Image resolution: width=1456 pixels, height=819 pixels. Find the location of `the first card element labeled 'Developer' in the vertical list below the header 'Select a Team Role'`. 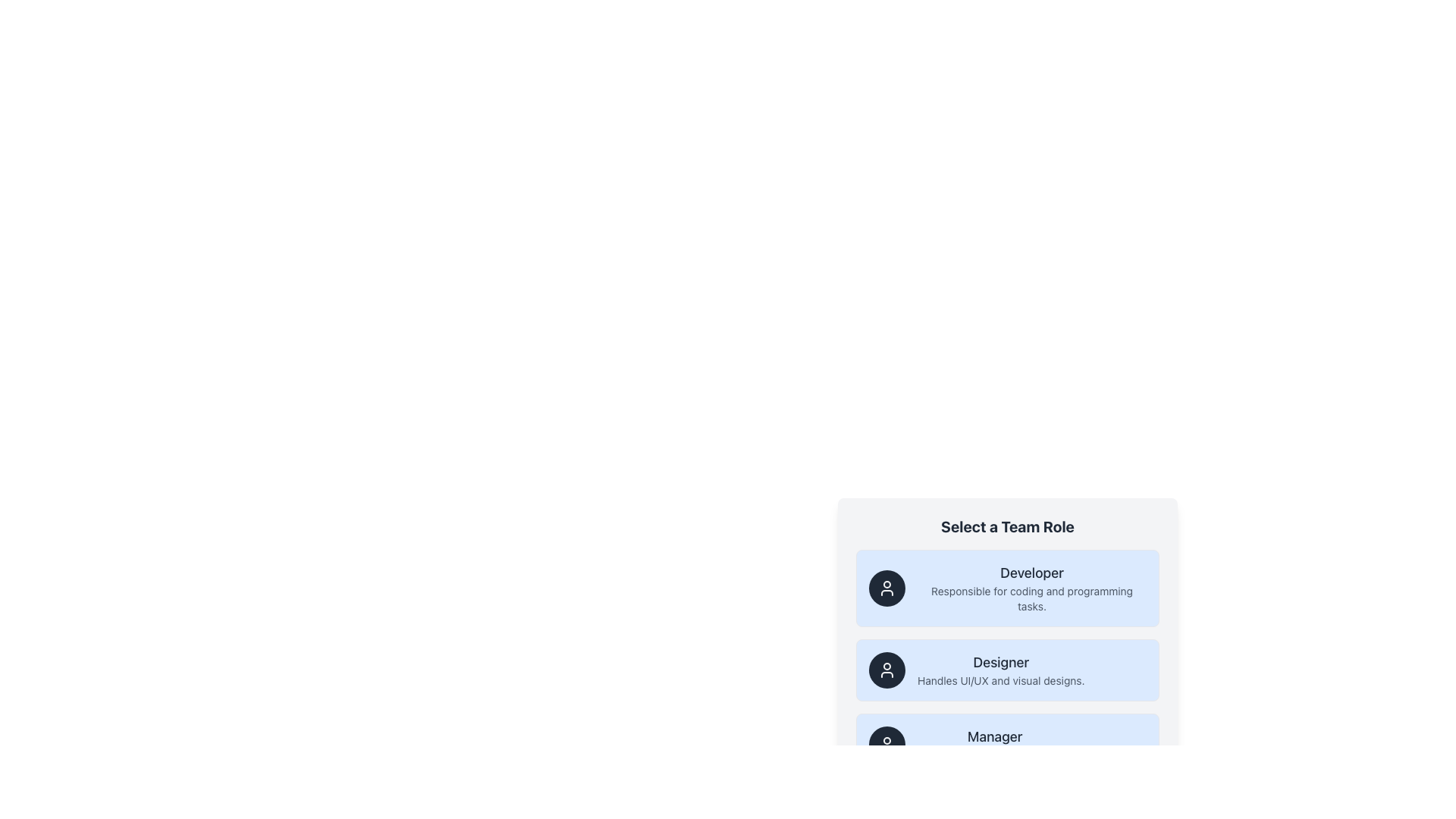

the first card element labeled 'Developer' in the vertical list below the header 'Select a Team Role' is located at coordinates (1008, 587).